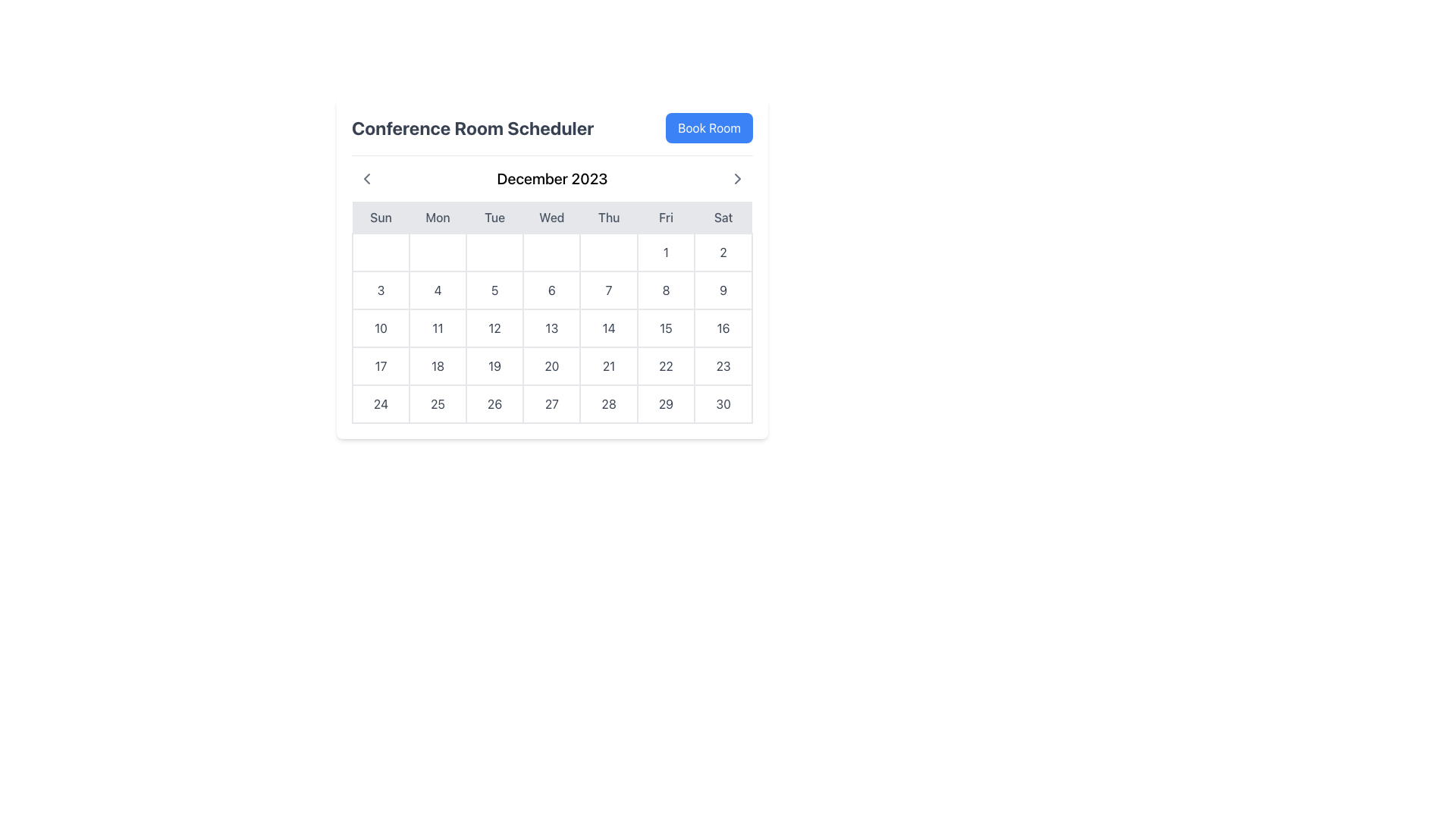 This screenshot has width=1456, height=819. Describe the element at coordinates (666, 403) in the screenshot. I see `the clickable calendar date box containing the text '29'` at that location.